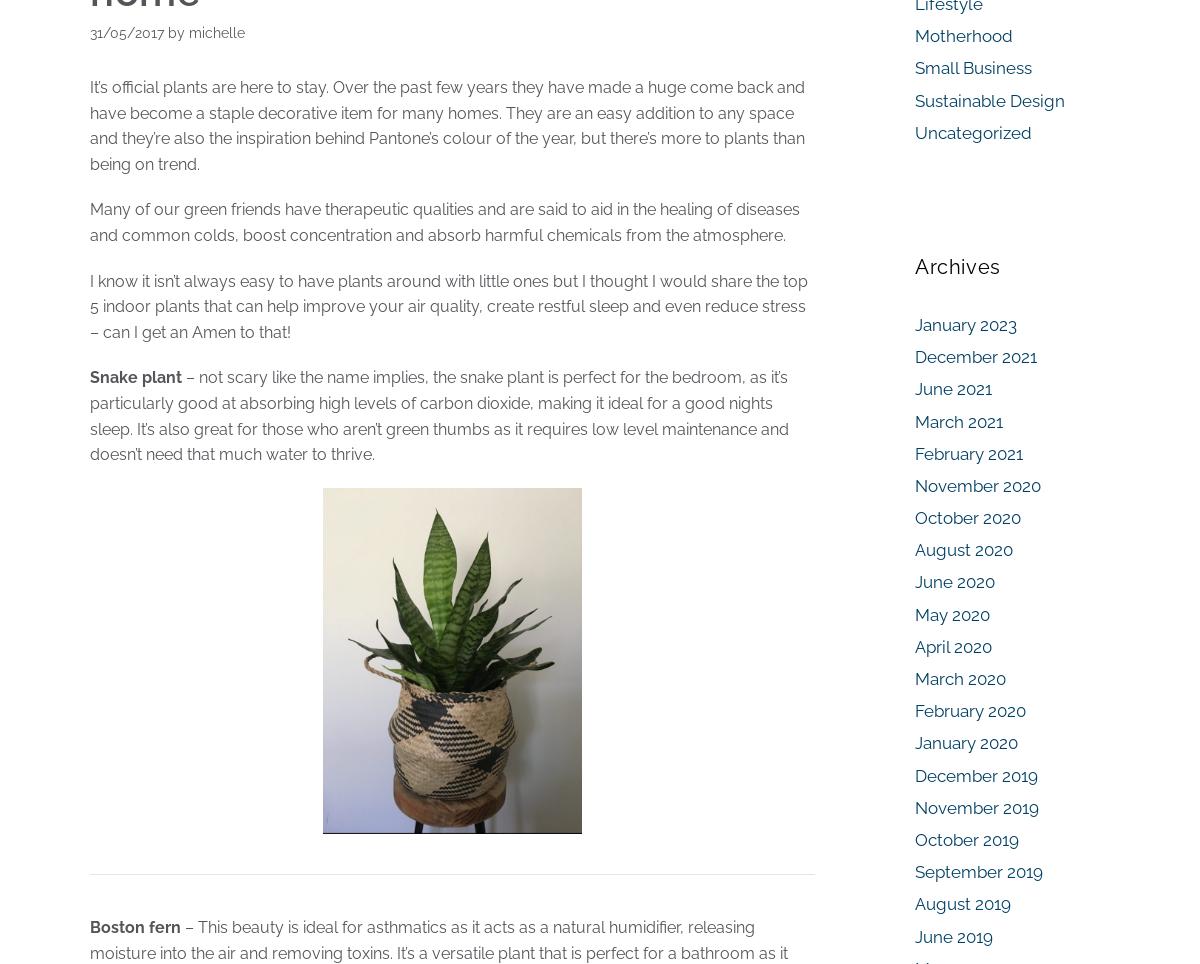 This screenshot has width=1200, height=964. What do you see at coordinates (915, 67) in the screenshot?
I see `'Small Business'` at bounding box center [915, 67].